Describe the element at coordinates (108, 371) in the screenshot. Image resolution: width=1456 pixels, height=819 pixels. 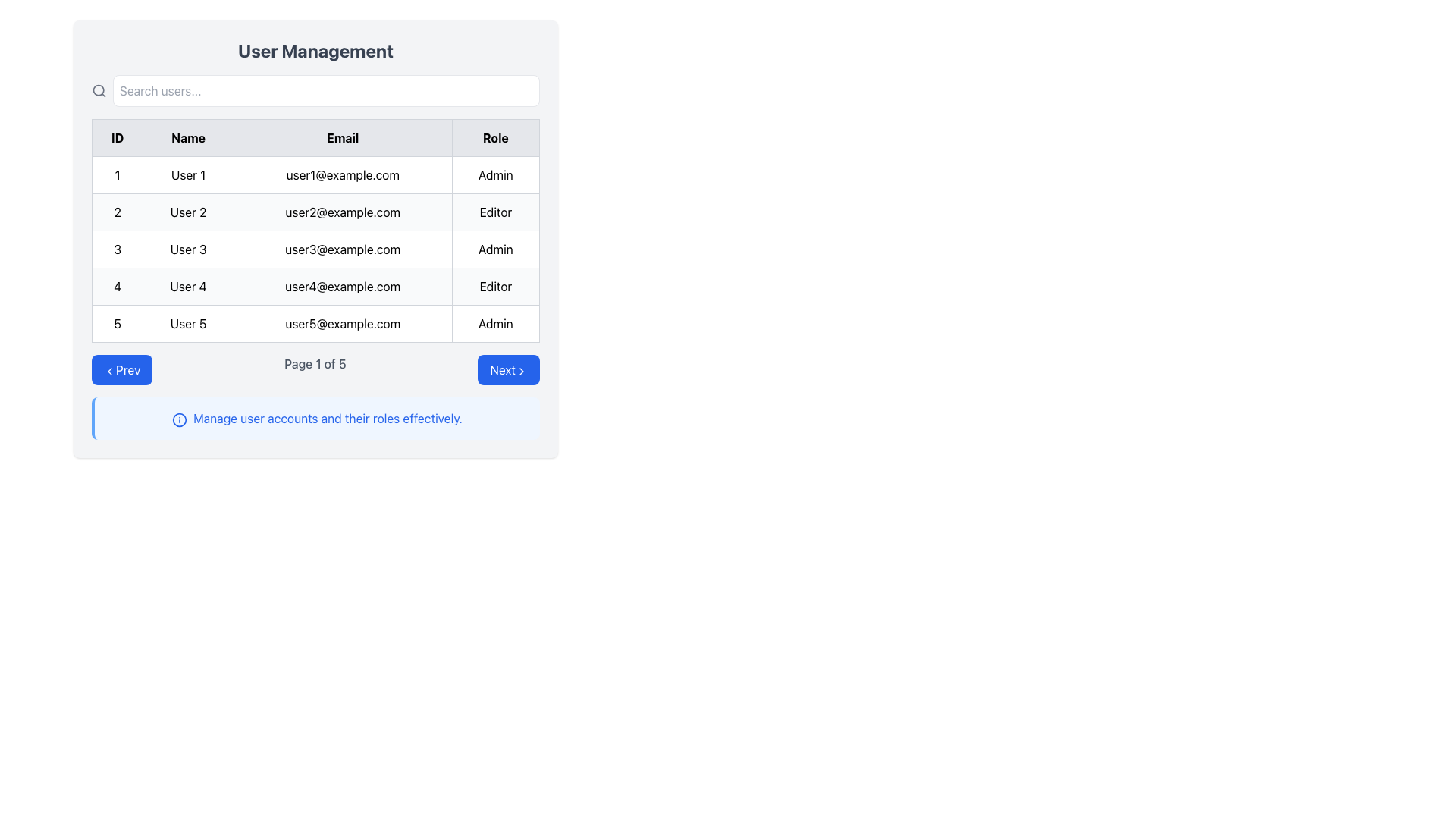
I see `the 'Prev' button by clicking on the chevron icon located to the left of the 'Prev' text label, which triggers backward navigation` at that location.